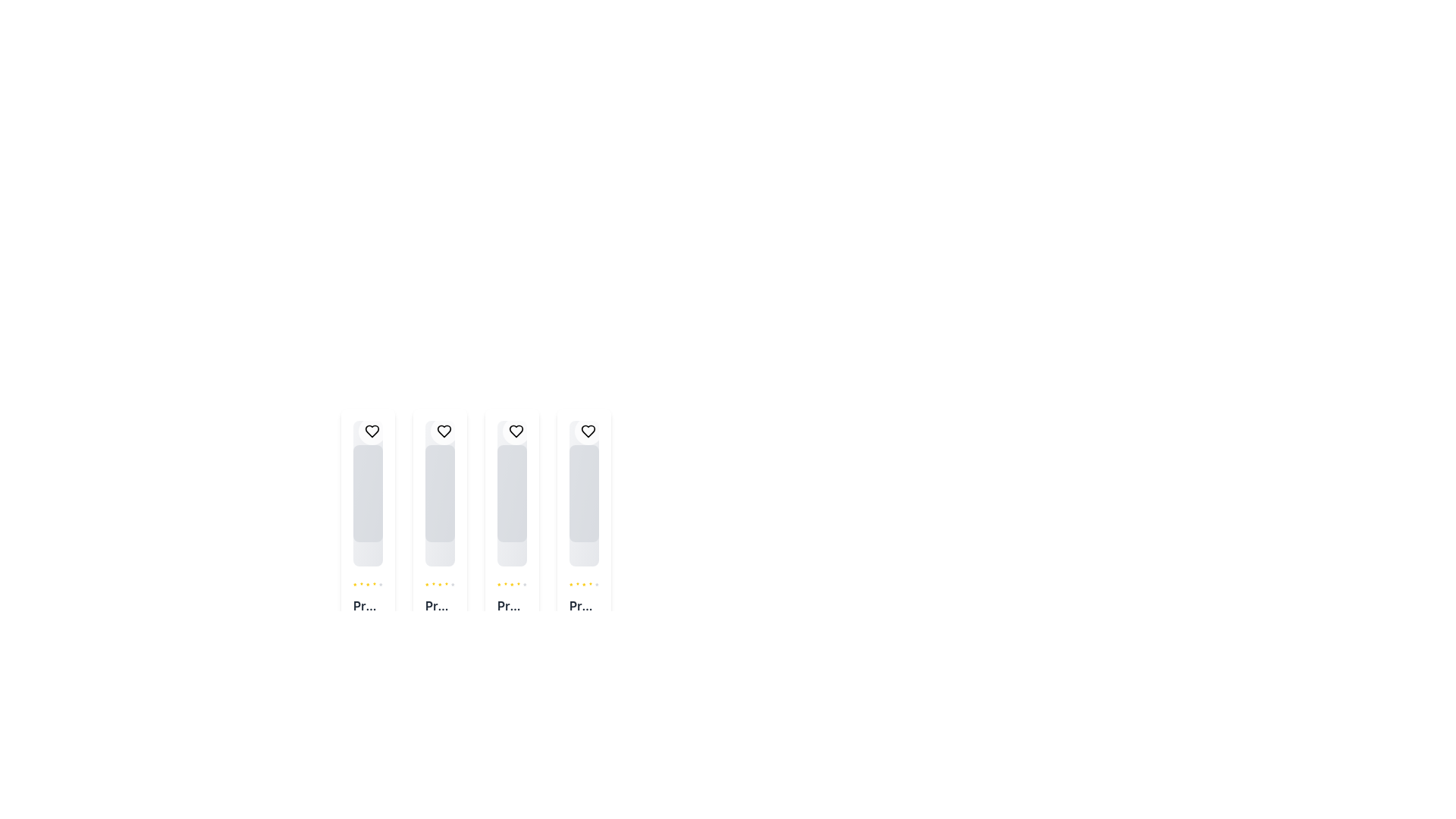  Describe the element at coordinates (512, 604) in the screenshot. I see `the static text label representing the product name, which is the third in the horizontal sequence of products, located at the bottom of the product tile` at that location.